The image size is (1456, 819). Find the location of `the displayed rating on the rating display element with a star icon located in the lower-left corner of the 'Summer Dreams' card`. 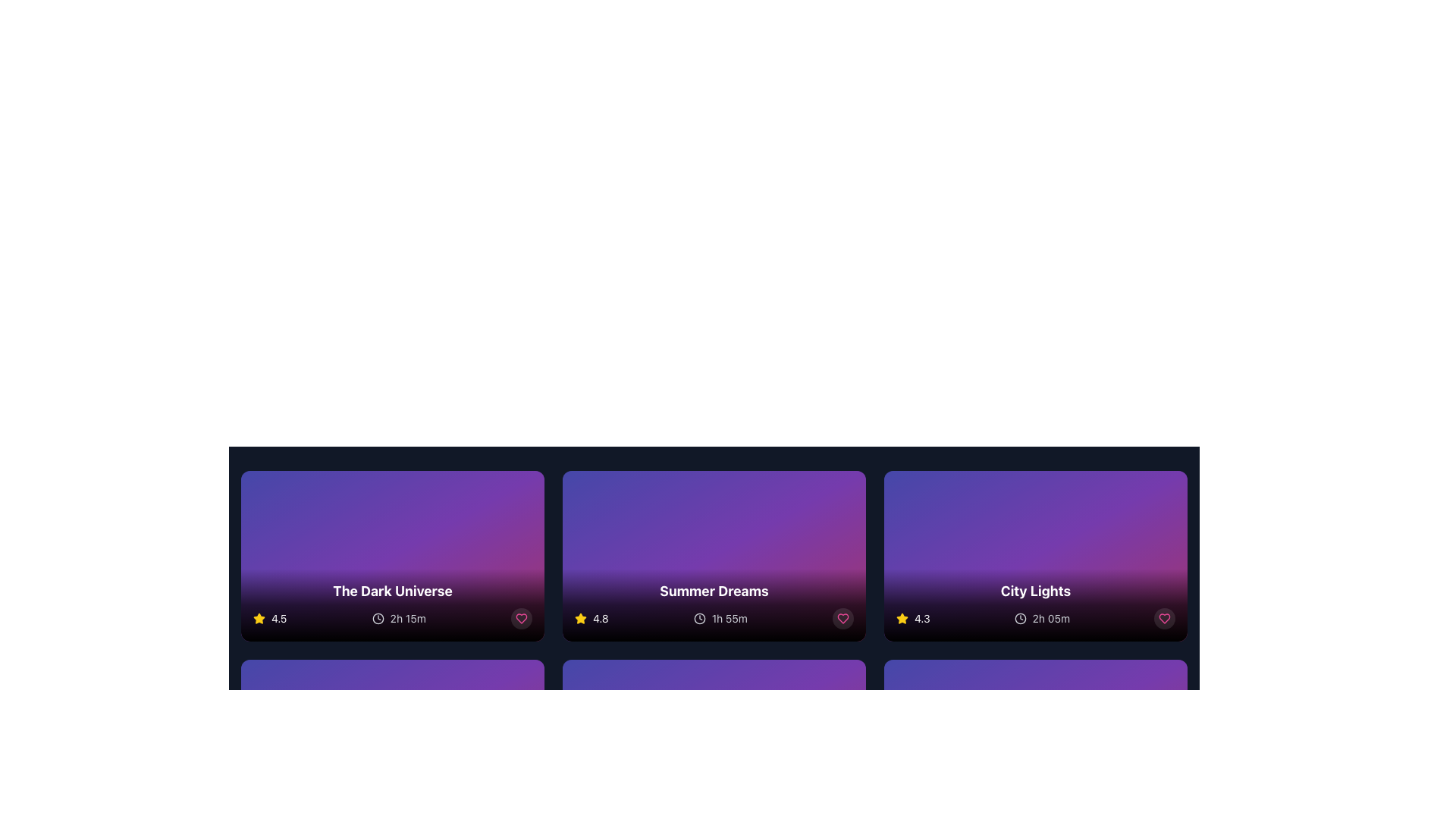

the displayed rating on the rating display element with a star icon located in the lower-left corner of the 'Summer Dreams' card is located at coordinates (591, 619).